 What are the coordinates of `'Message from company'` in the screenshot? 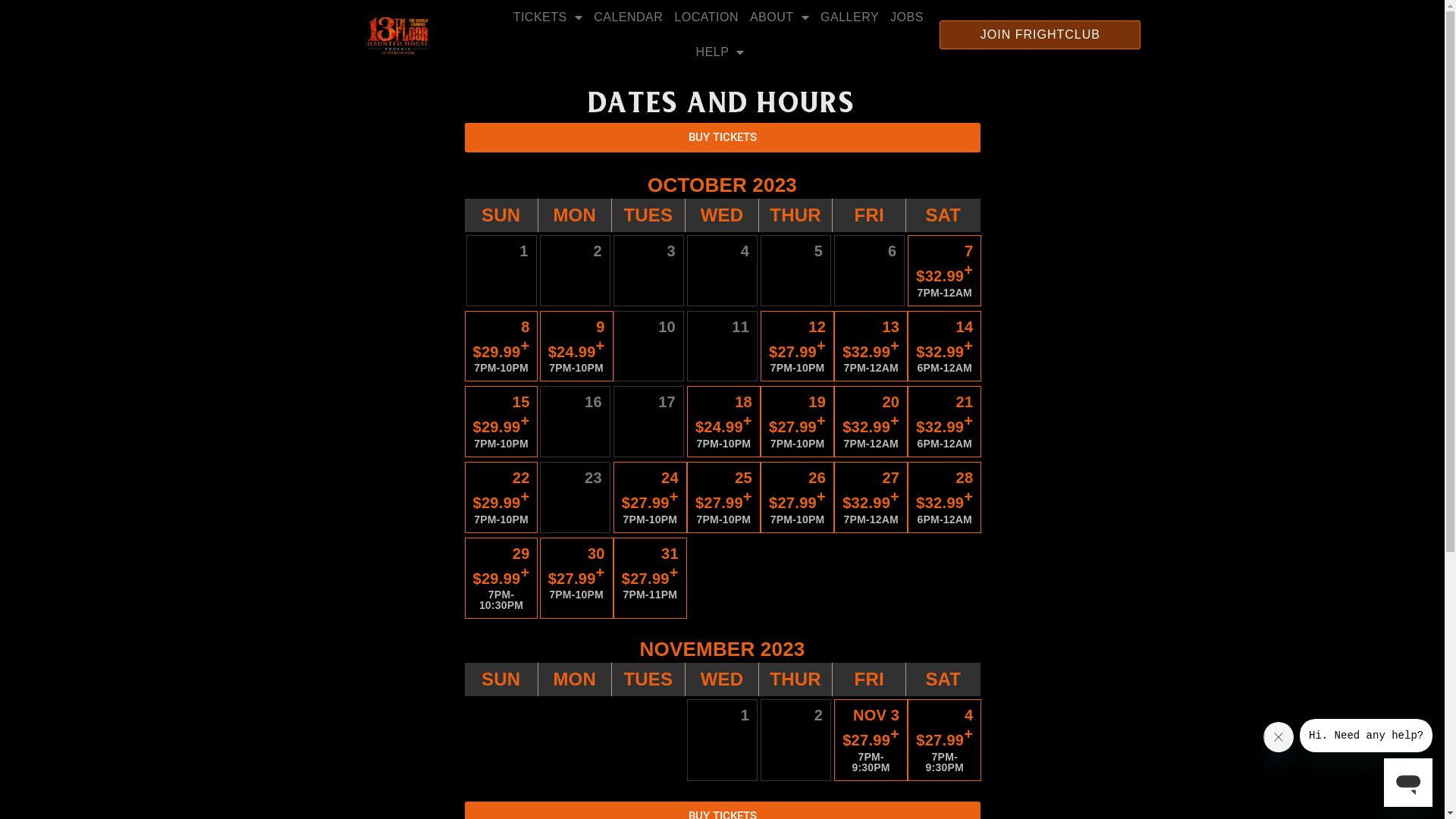 It's located at (1366, 734).